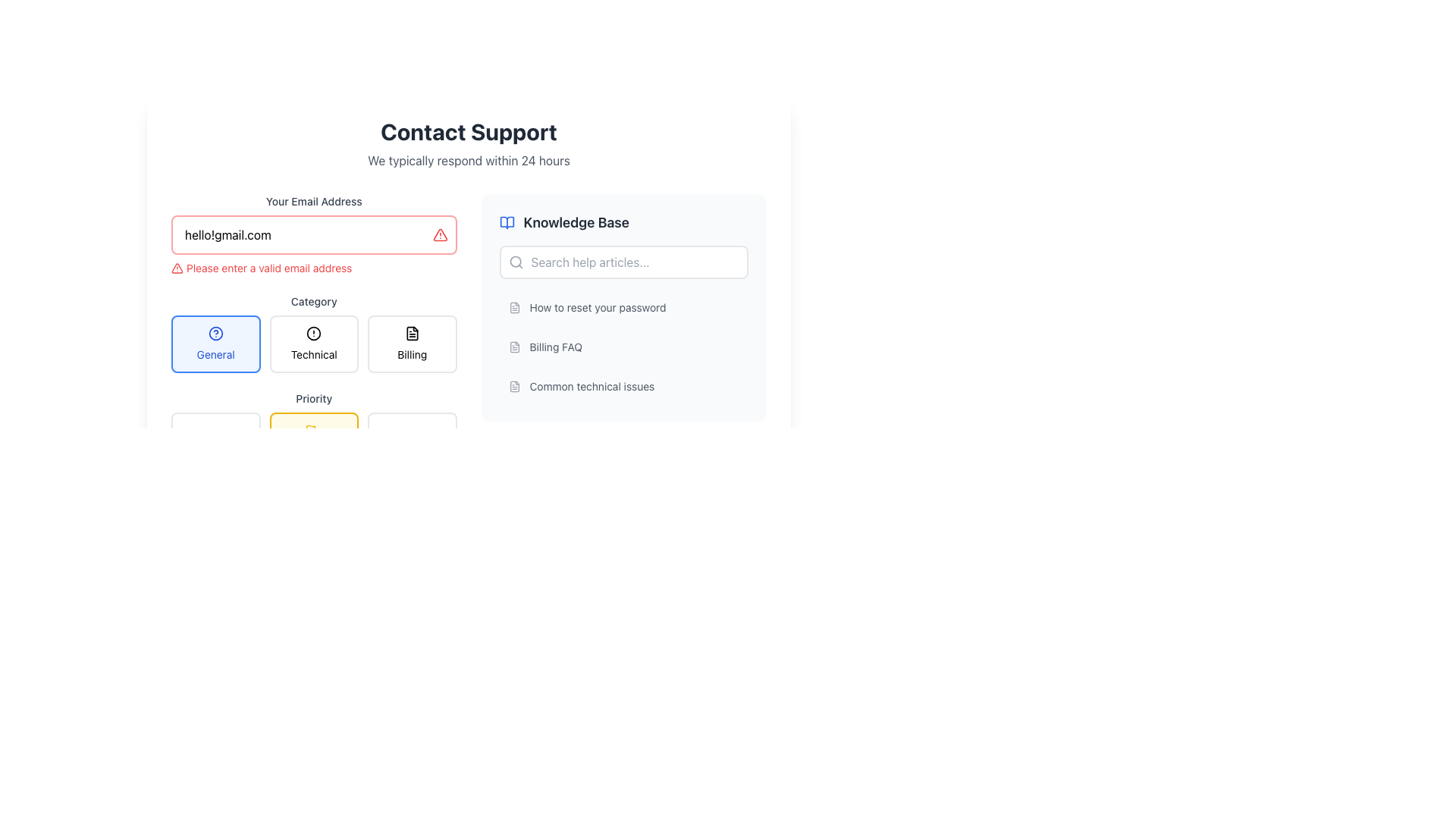 This screenshot has height=819, width=1456. What do you see at coordinates (313, 438) in the screenshot?
I see `the 'Medium' priority button located in the center of the 'Priority' section to set the priority option` at bounding box center [313, 438].